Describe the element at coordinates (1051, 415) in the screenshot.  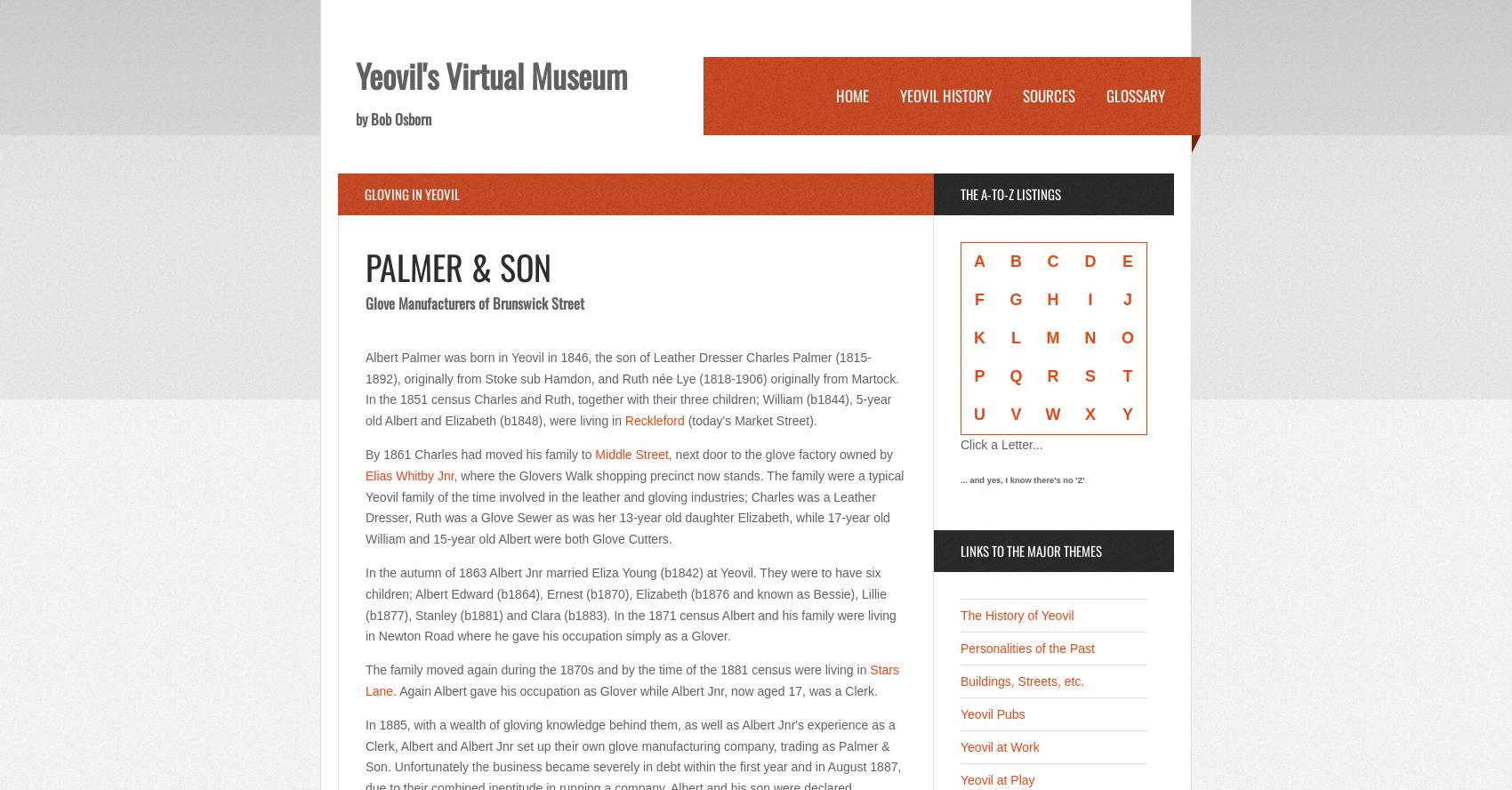
I see `'W'` at that location.